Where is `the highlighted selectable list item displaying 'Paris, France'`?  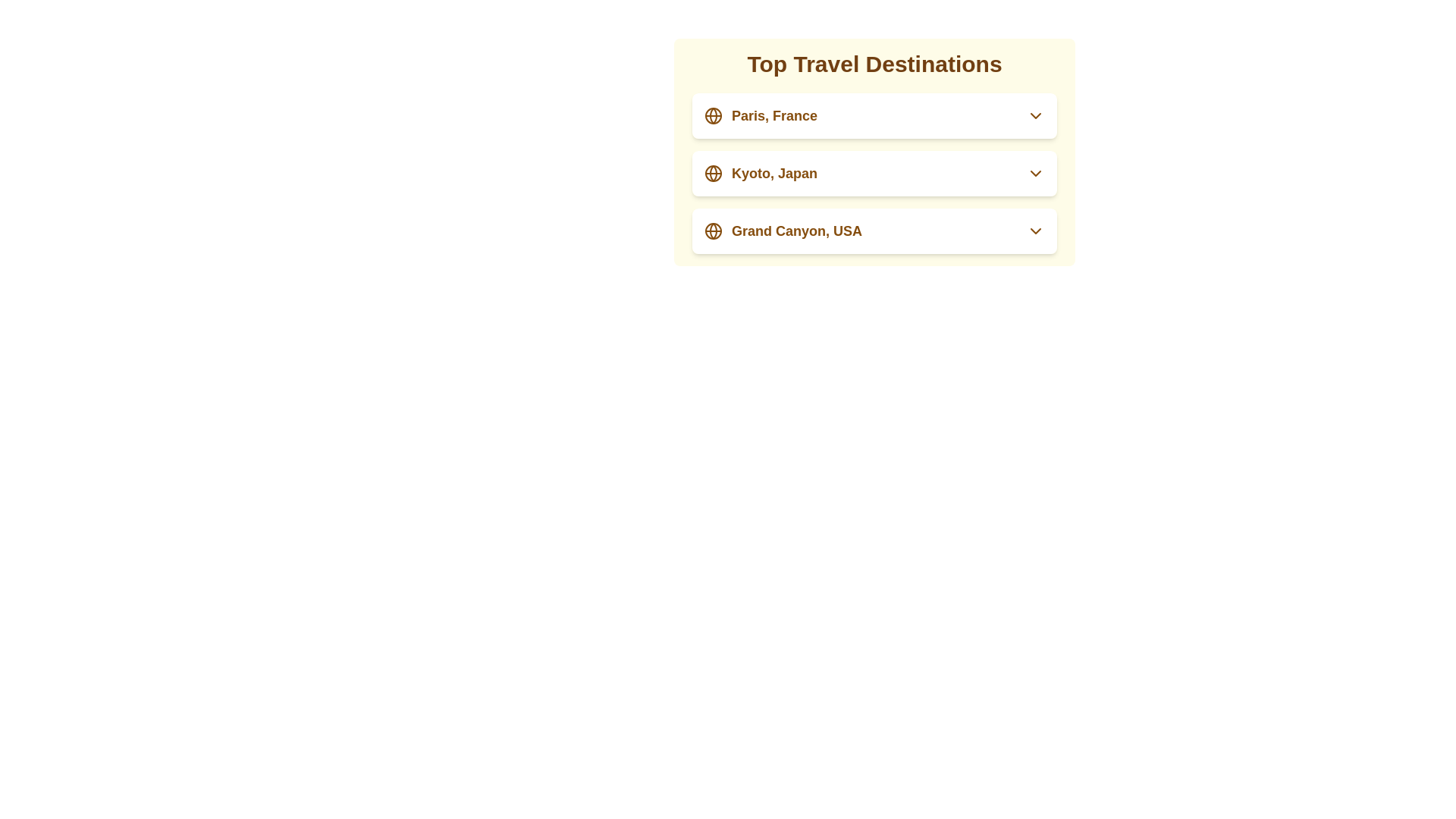 the highlighted selectable list item displaying 'Paris, France' is located at coordinates (874, 115).